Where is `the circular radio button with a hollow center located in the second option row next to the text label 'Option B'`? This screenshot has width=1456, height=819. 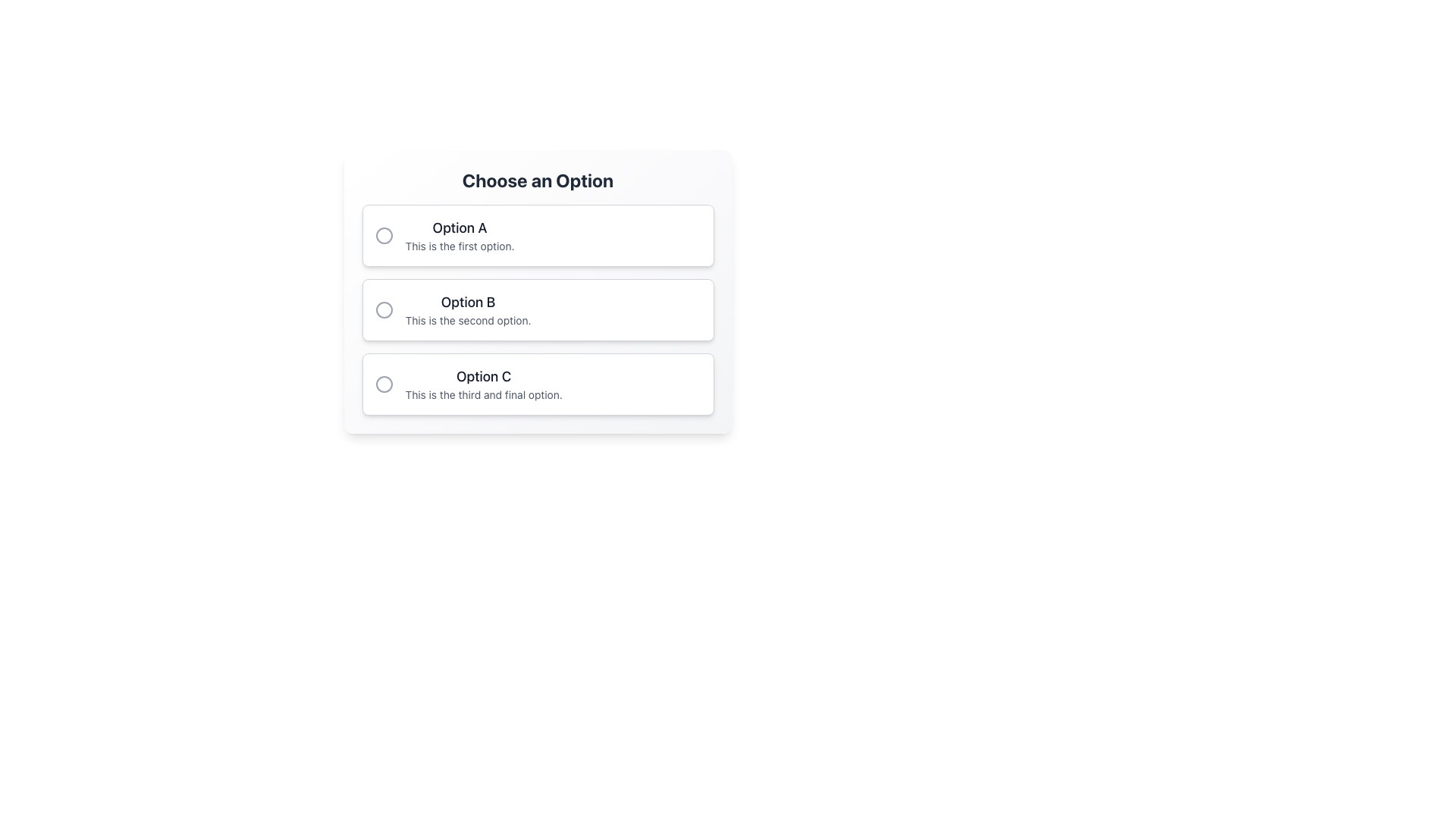 the circular radio button with a hollow center located in the second option row next to the text label 'Option B' is located at coordinates (384, 309).